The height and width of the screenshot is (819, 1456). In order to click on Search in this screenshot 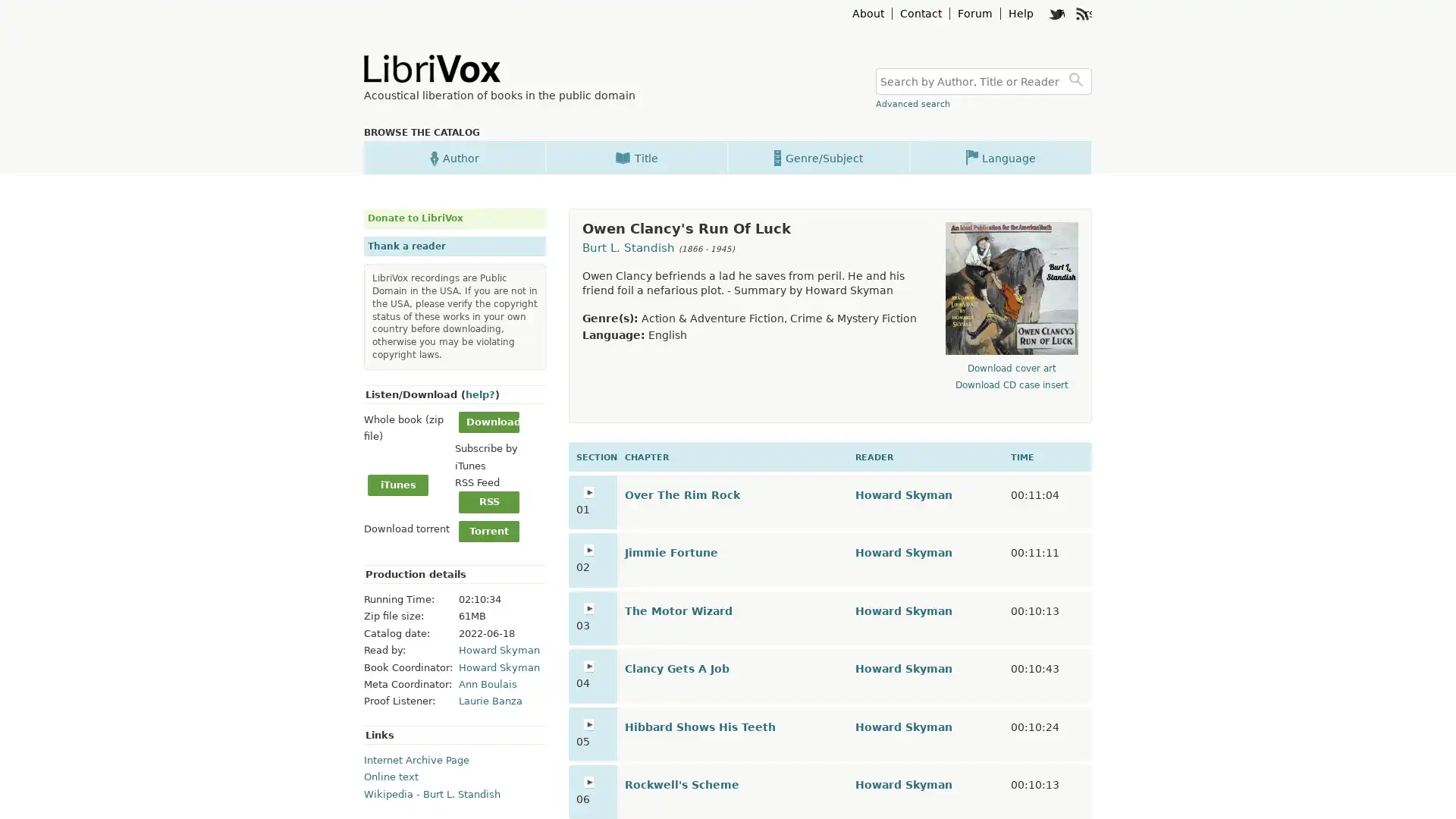, I will do `click(1078, 81)`.